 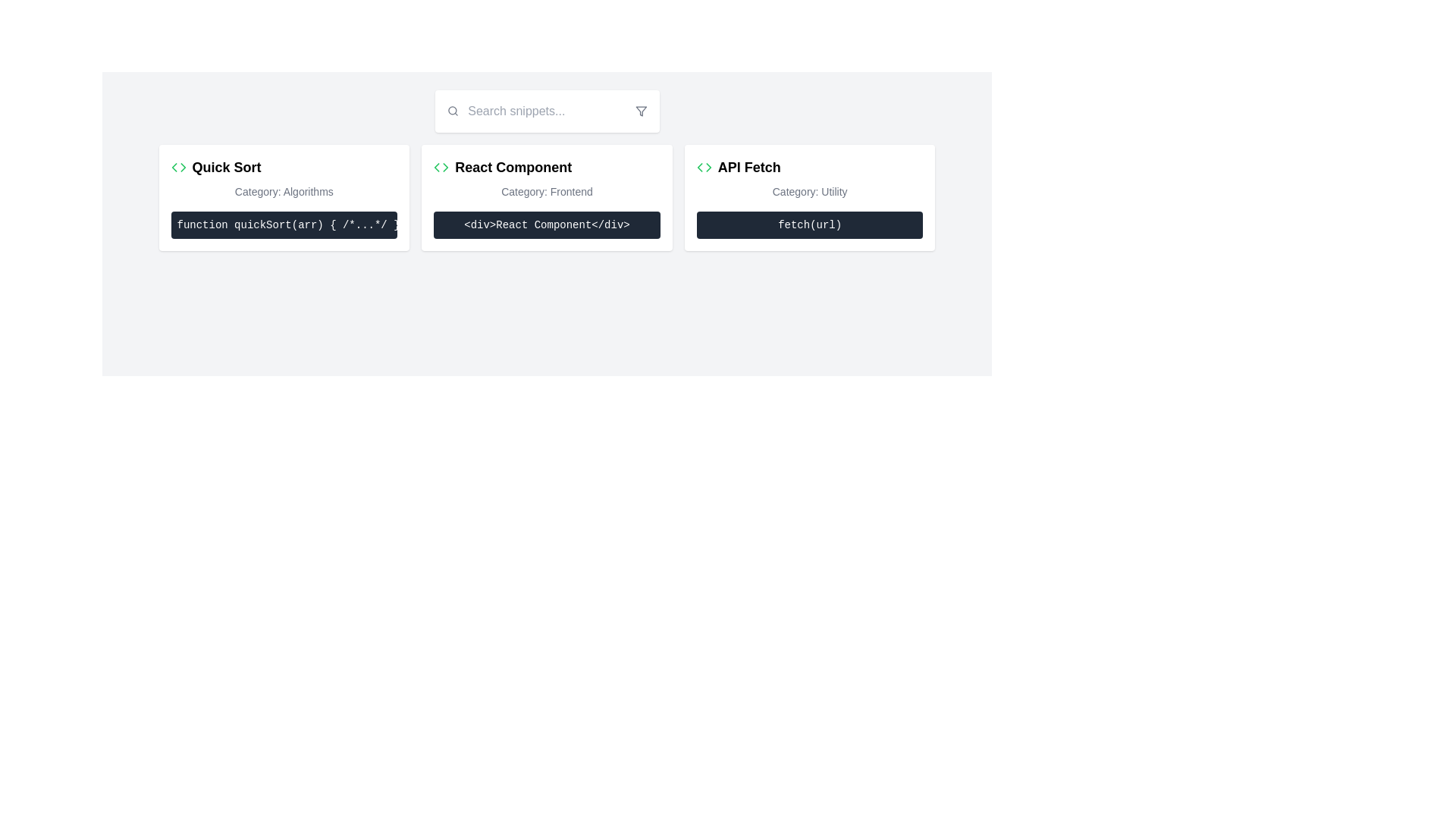 I want to click on the right-pointing green arrow shape within the coding icon located at the top left of the 'Quick Sort' card, so click(x=182, y=167).